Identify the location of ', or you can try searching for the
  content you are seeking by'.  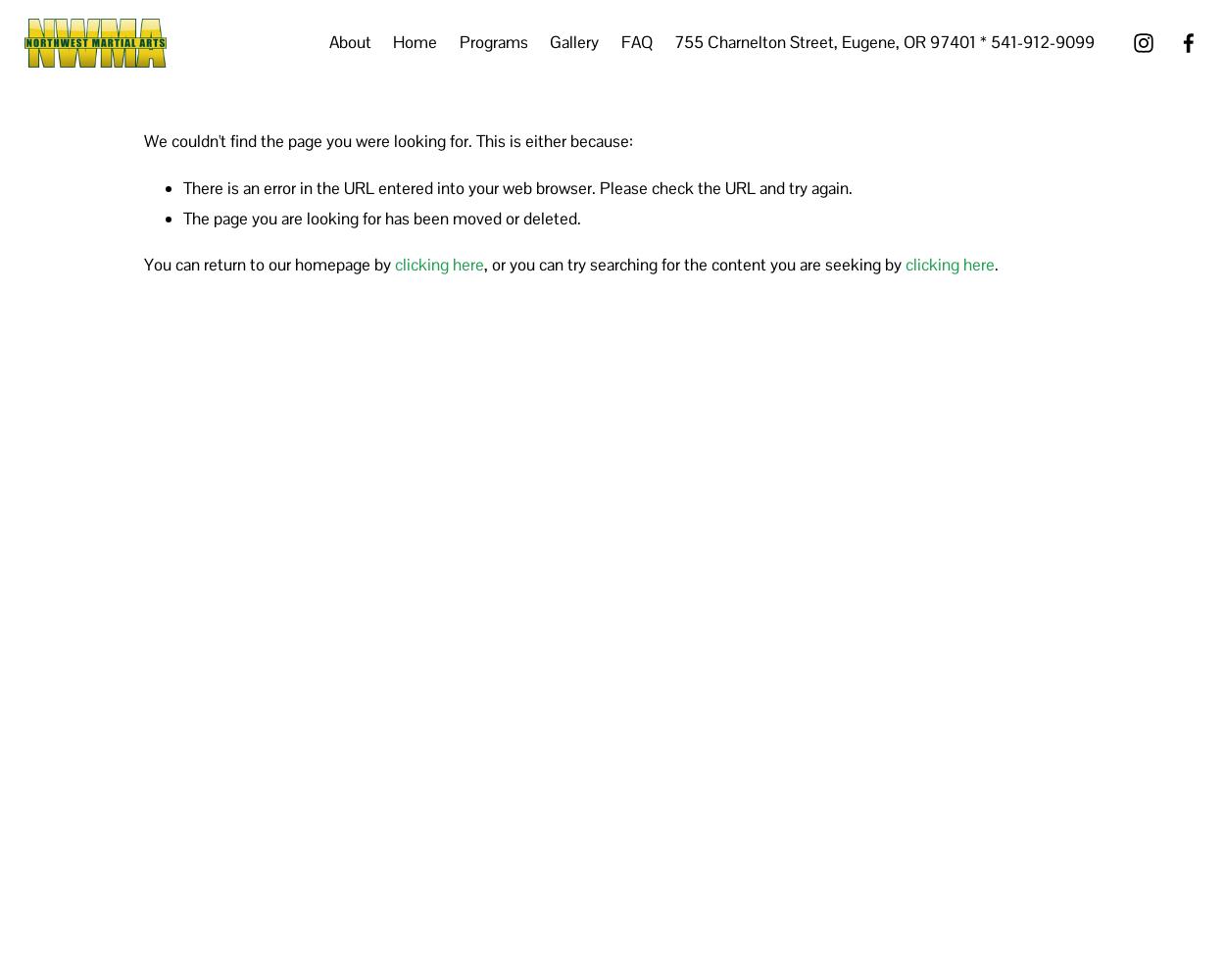
(694, 265).